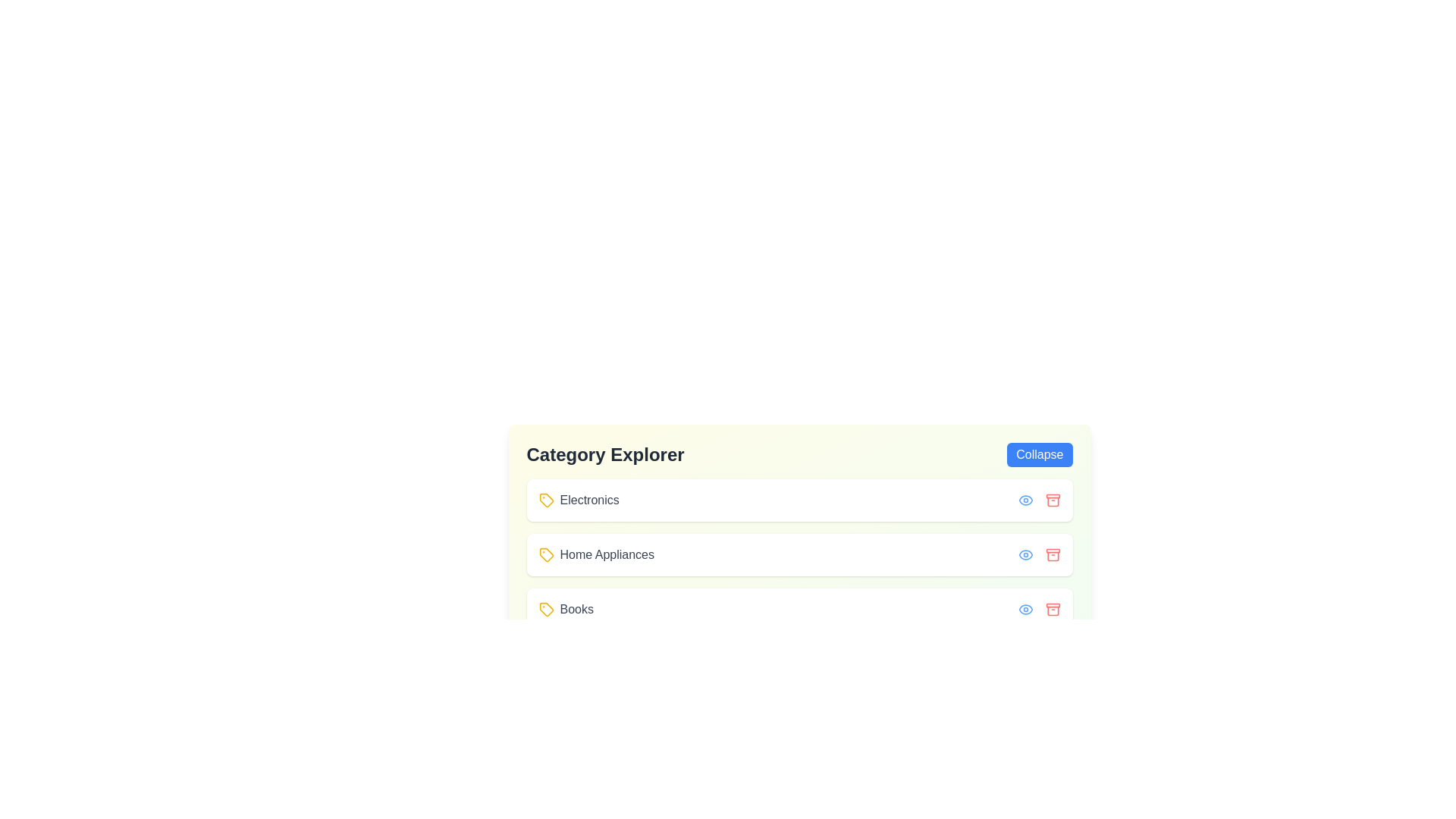 This screenshot has width=1456, height=819. I want to click on to select the 'Electronics' category from the first item in the categorized list under the 'Category Explorer' heading, so click(578, 500).